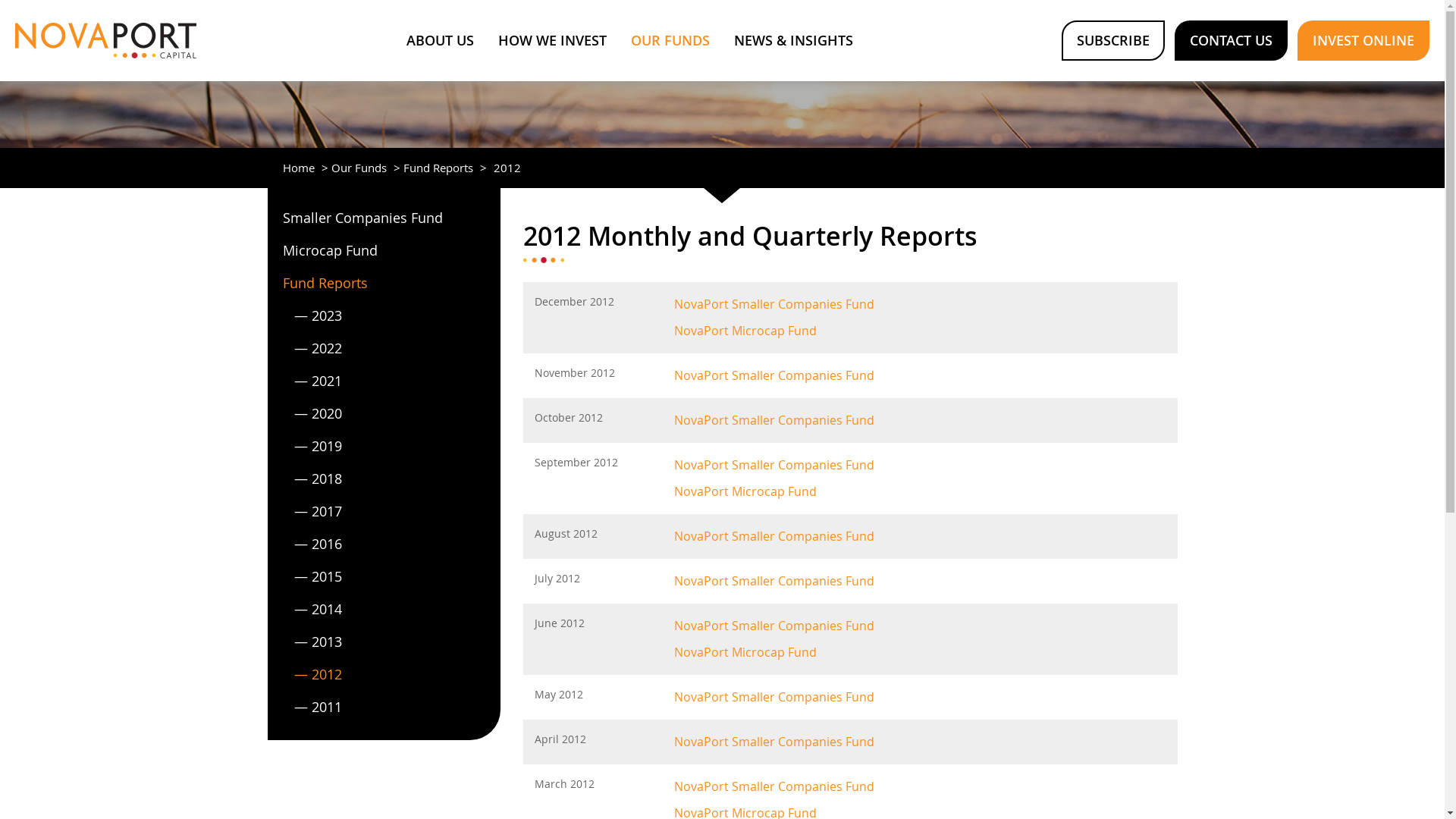 The height and width of the screenshot is (819, 1456). I want to click on 'Home', so click(300, 167).